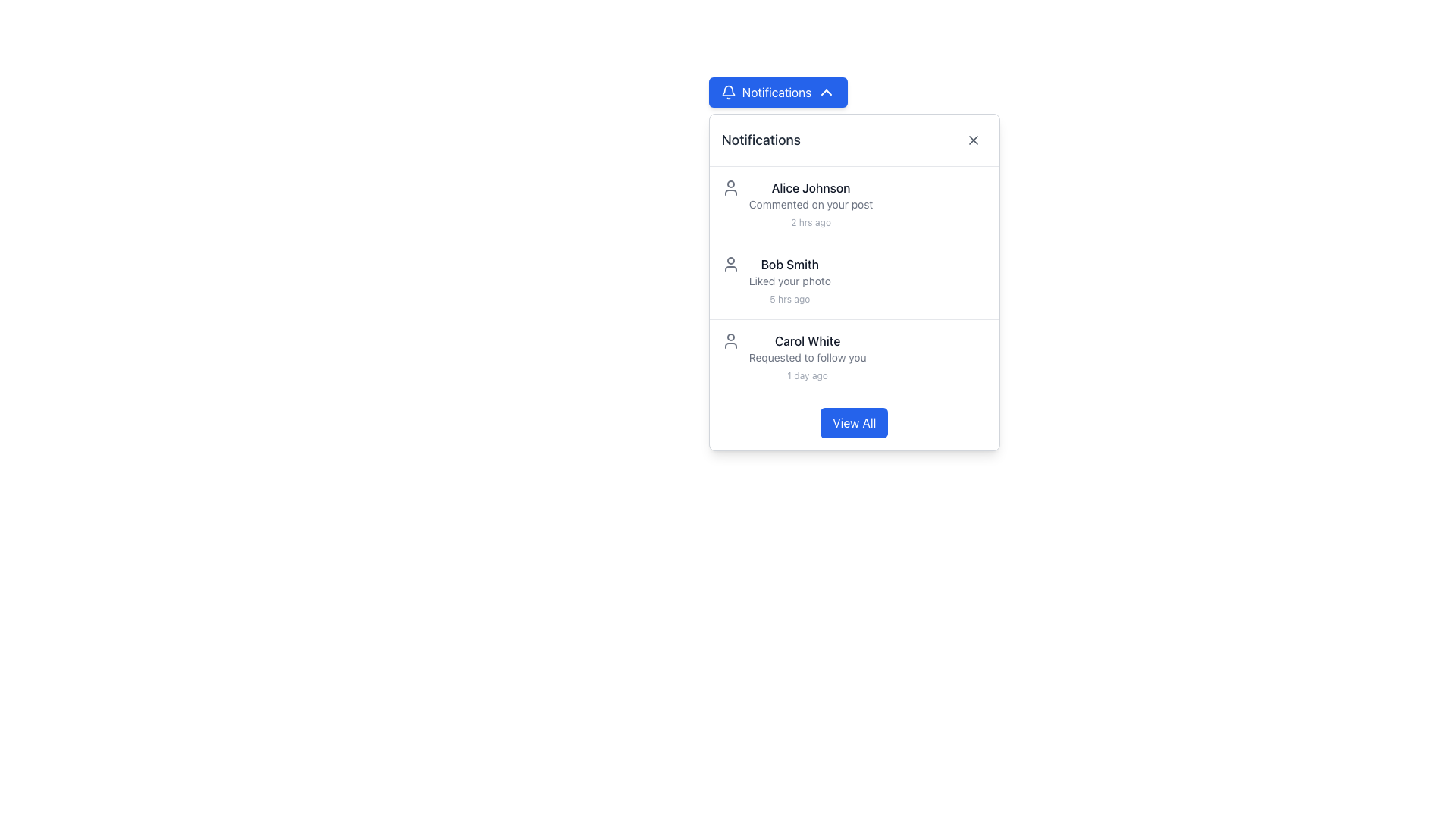 This screenshot has width=1456, height=819. I want to click on the downward-facing chevron icon, so click(826, 93).